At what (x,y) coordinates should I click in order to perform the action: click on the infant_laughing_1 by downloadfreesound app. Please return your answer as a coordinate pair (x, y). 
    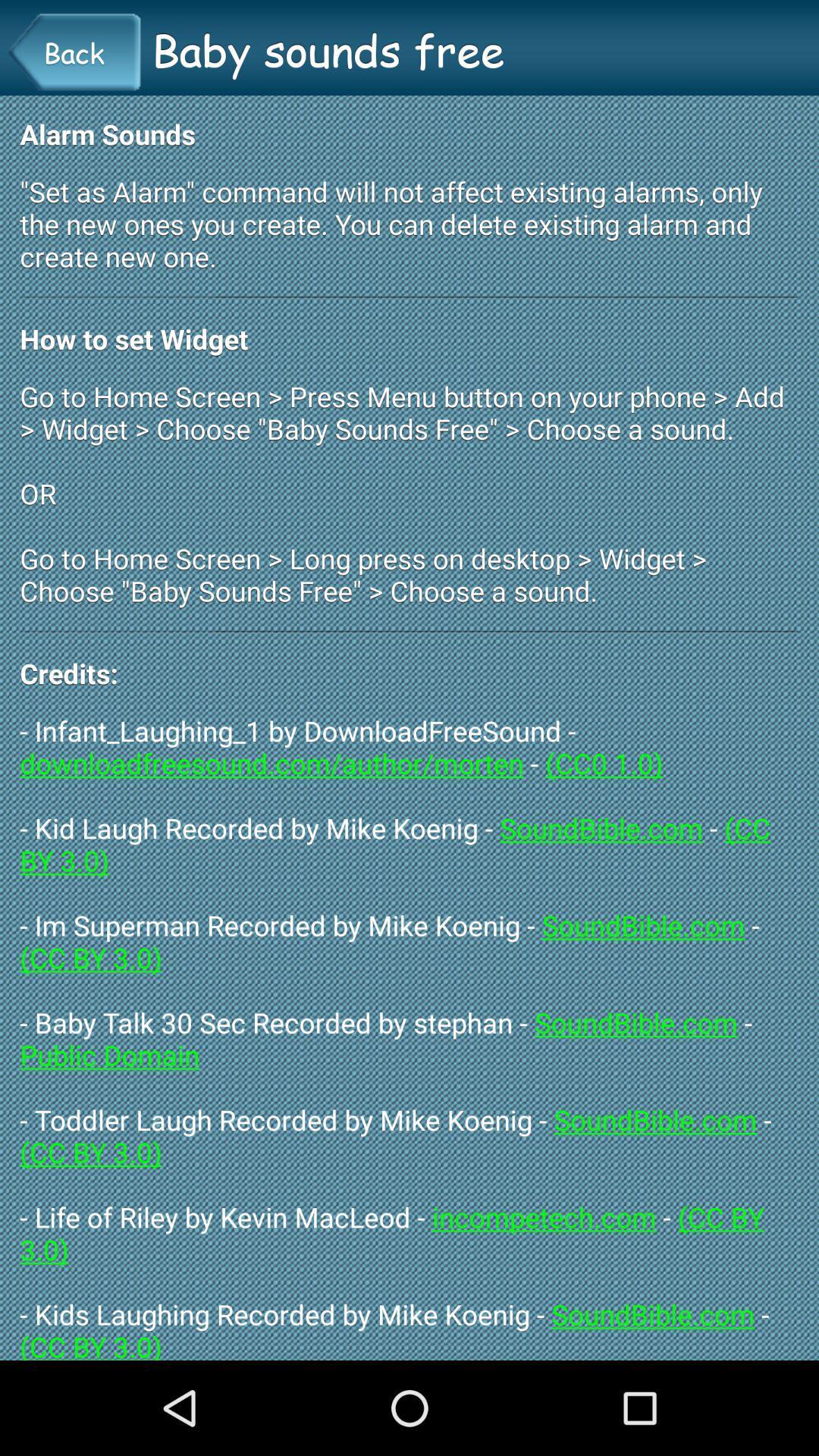
    Looking at the image, I should click on (409, 1035).